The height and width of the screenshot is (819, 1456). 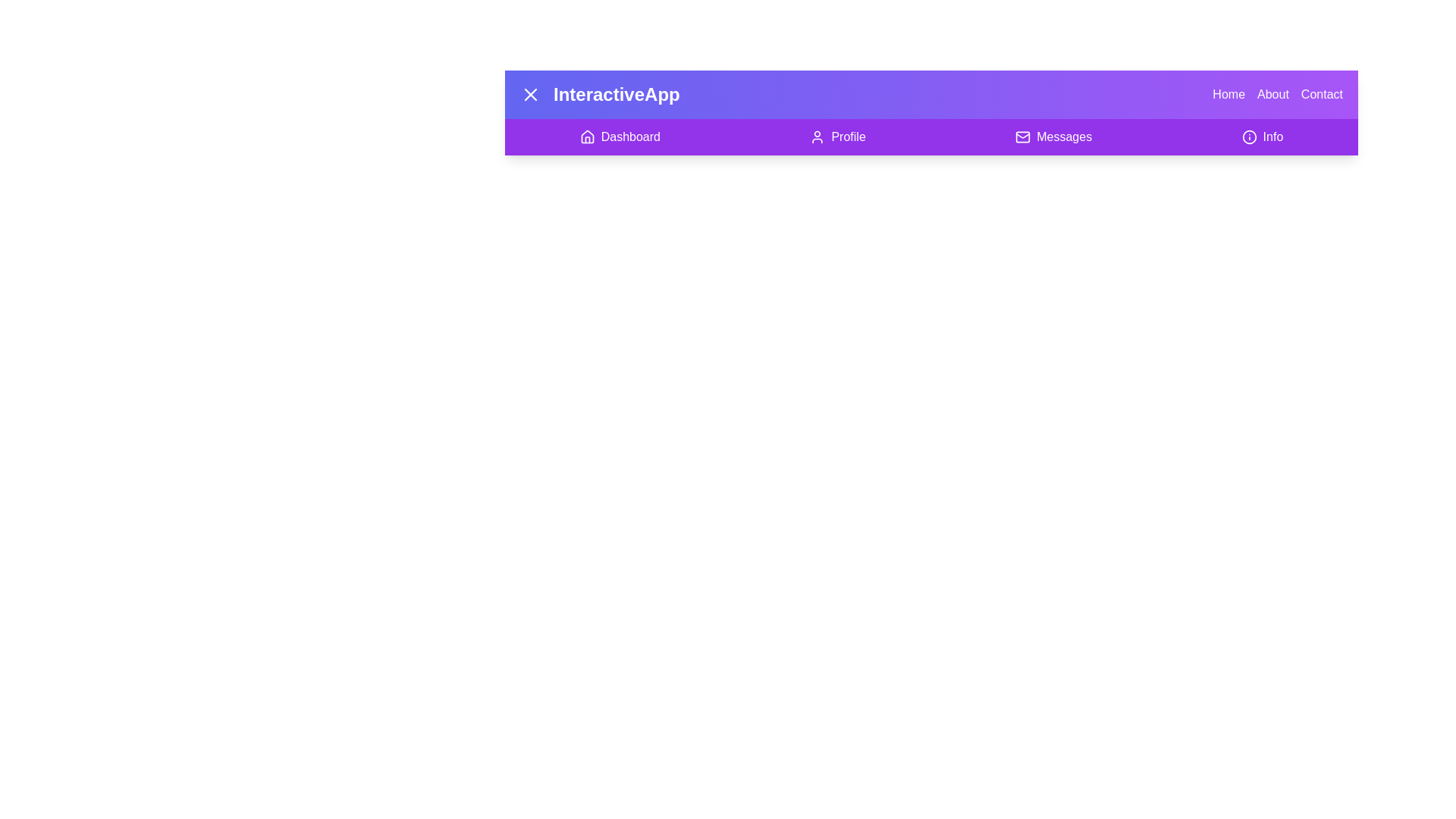 What do you see at coordinates (531, 94) in the screenshot?
I see `button in the top-left corner of the app bar to toggle the menu visibility` at bounding box center [531, 94].